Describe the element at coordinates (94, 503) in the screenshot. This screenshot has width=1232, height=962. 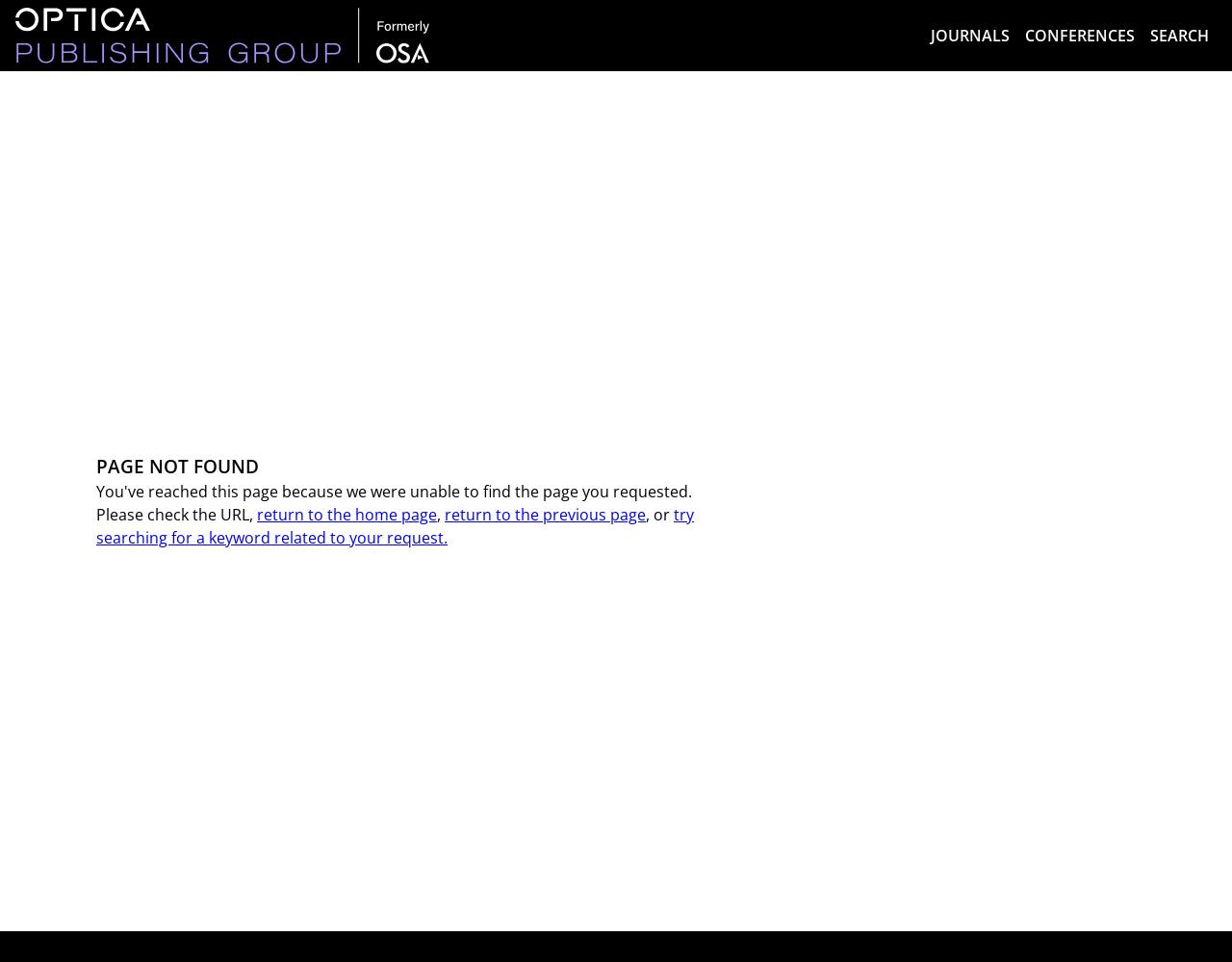
I see `'You've reached this page because we were unable to find the page you requested. Please check the URL,'` at that location.